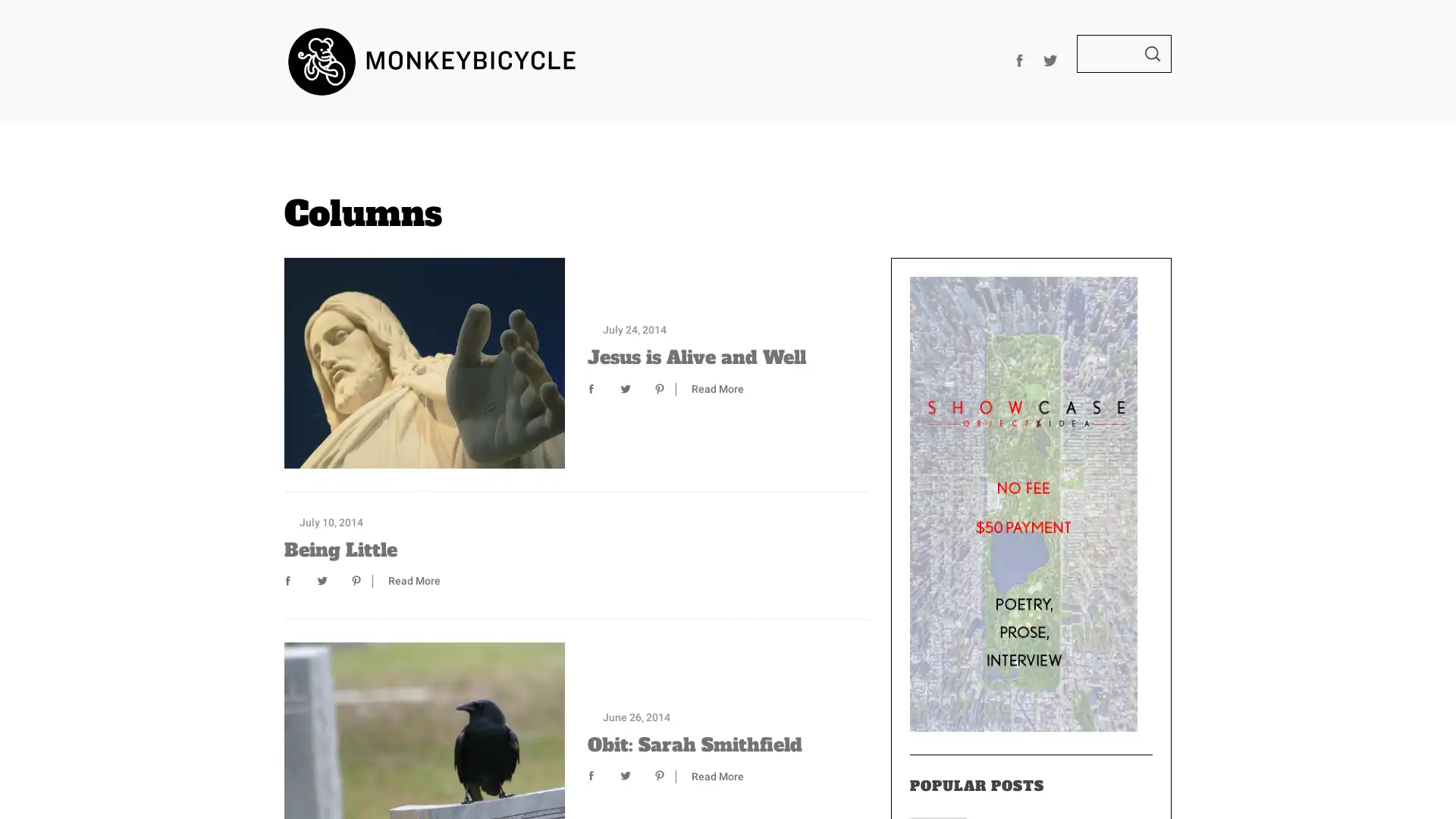 This screenshot has height=819, width=1456. Describe the element at coordinates (1153, 52) in the screenshot. I see `SEARCH` at that location.